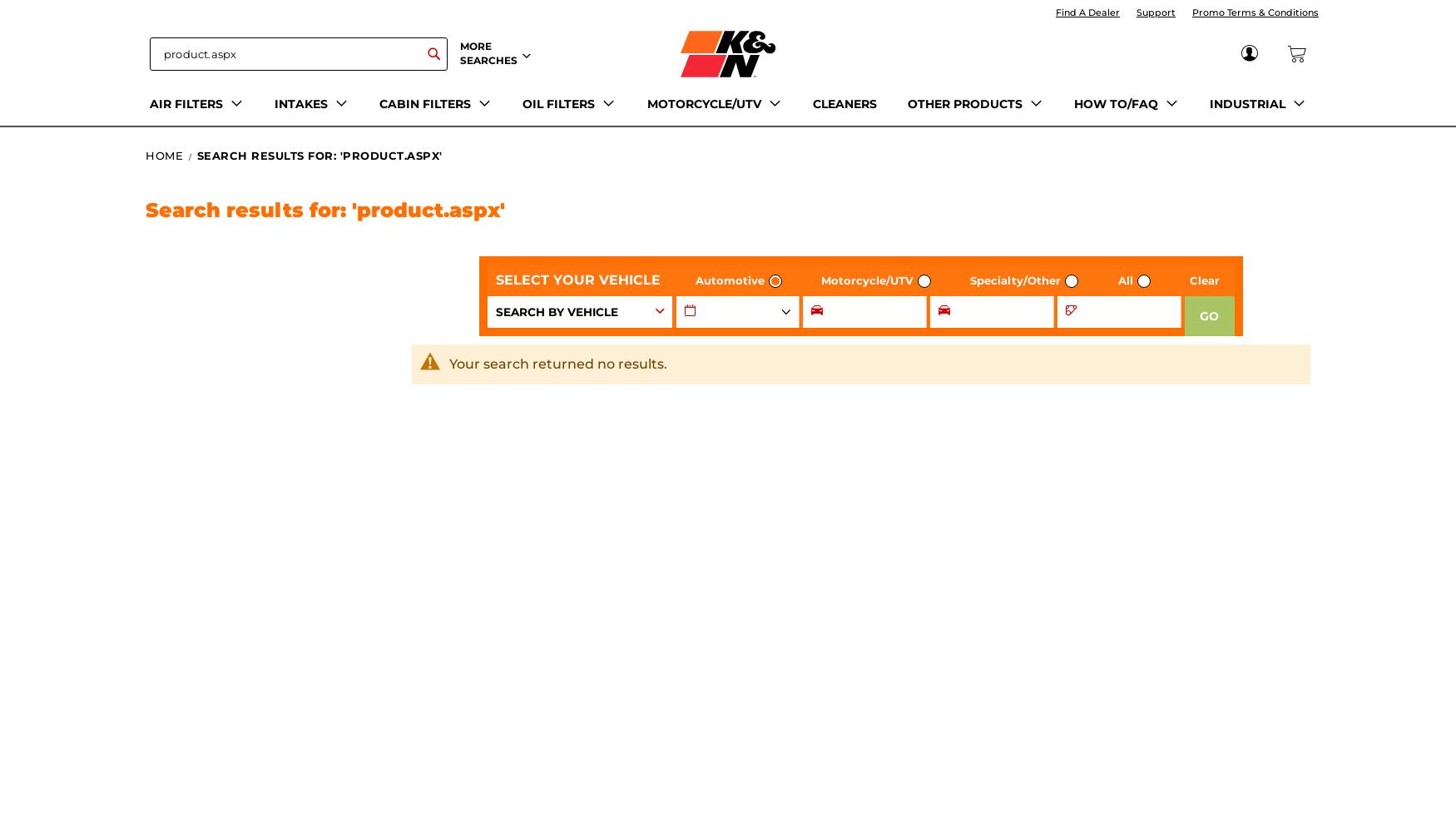  I want to click on 'CABIN FILTERS', so click(379, 102).